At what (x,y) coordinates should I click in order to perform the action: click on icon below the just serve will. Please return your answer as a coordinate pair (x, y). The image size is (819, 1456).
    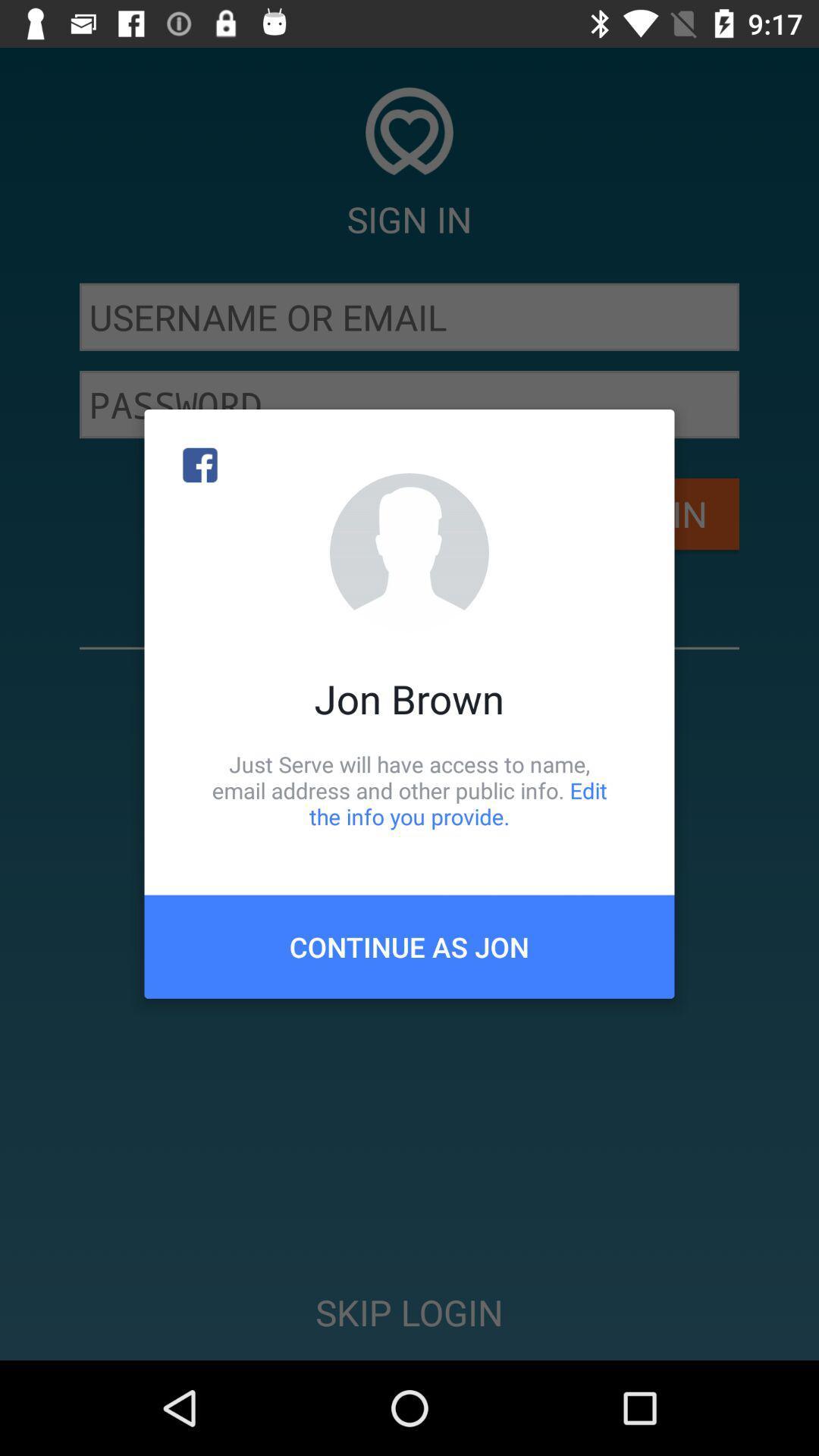
    Looking at the image, I should click on (409, 946).